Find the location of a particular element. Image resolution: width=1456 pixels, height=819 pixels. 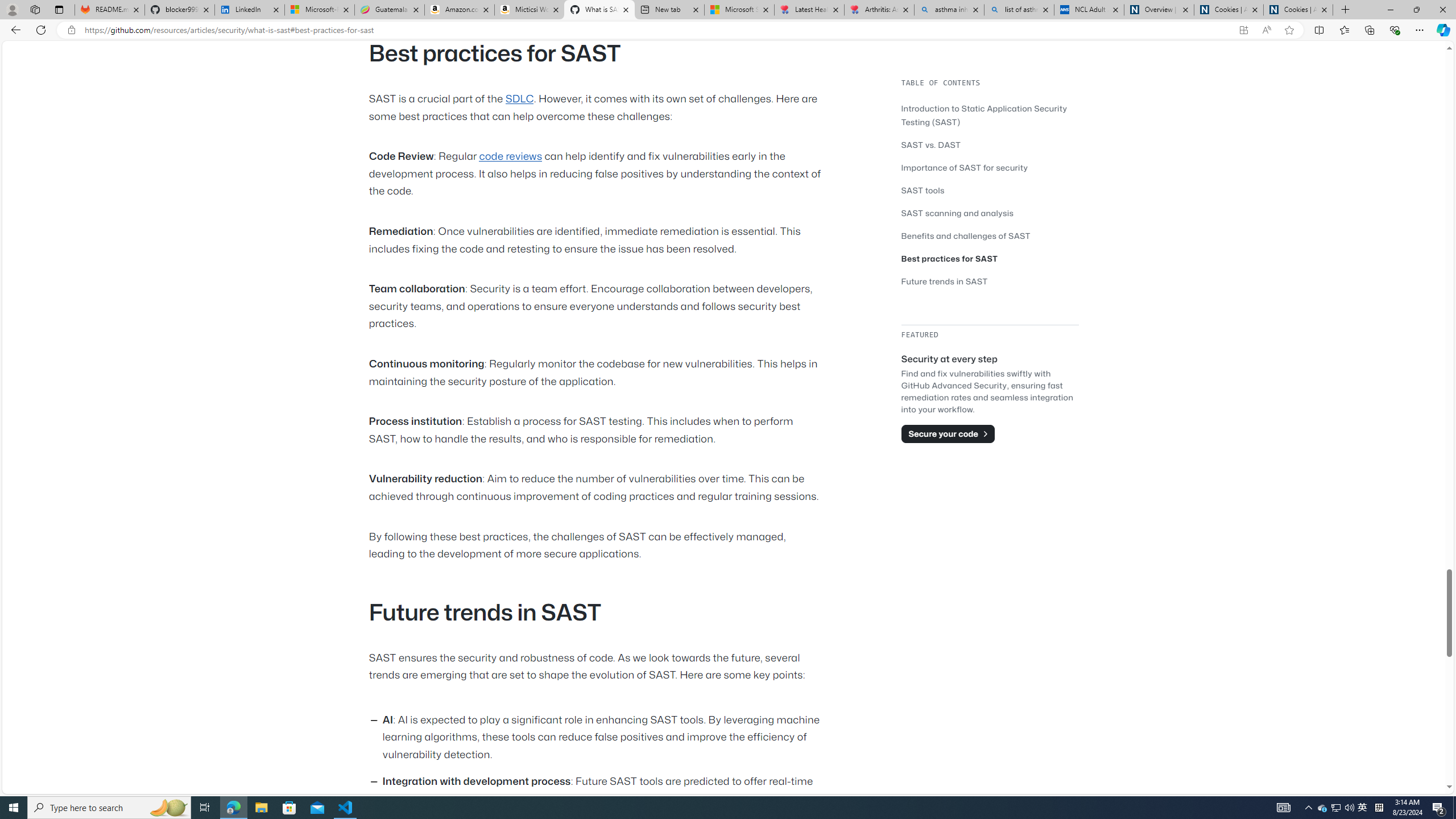

'Future trends in SAST' is located at coordinates (944, 281).